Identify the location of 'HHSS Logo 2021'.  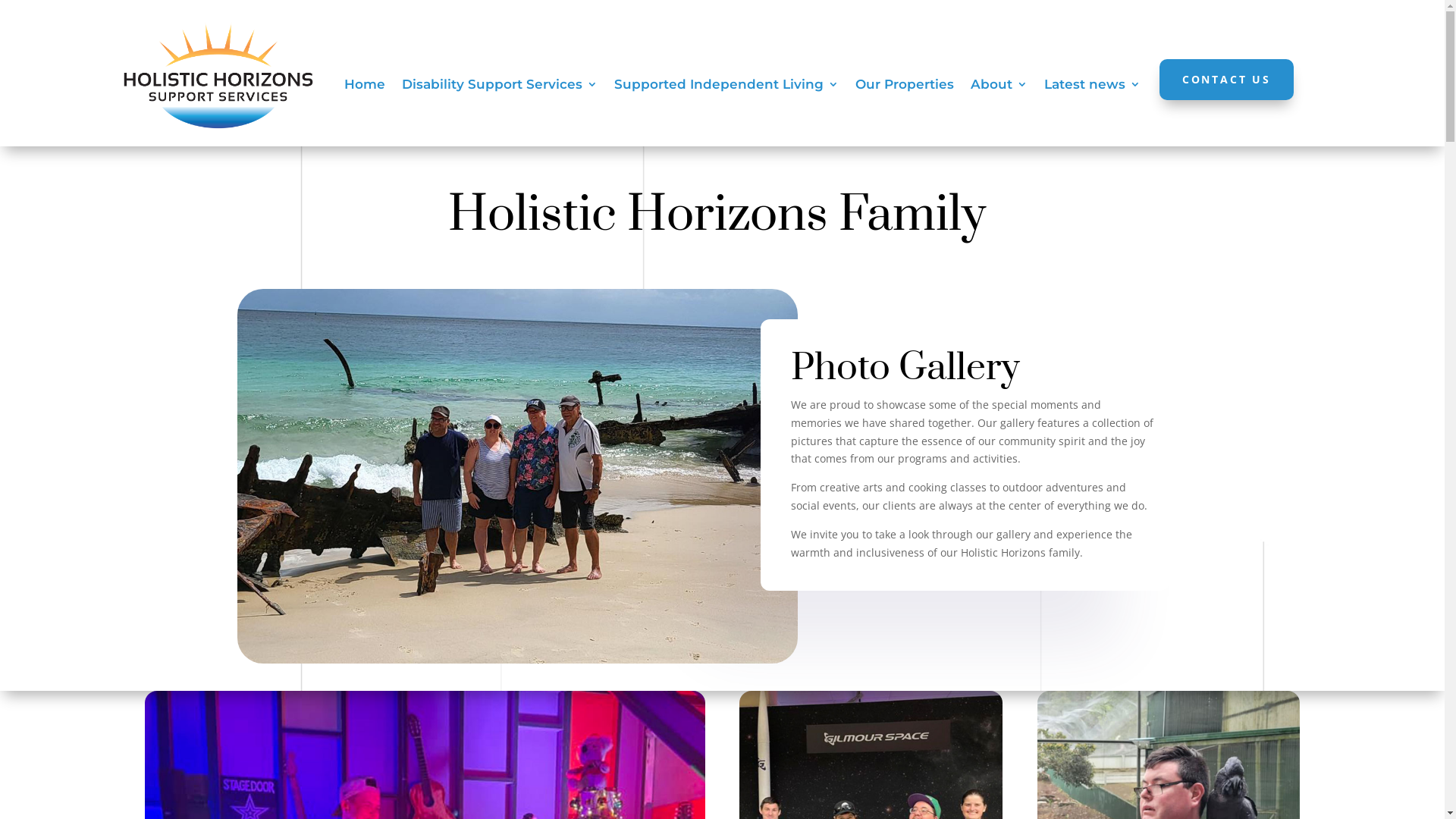
(218, 75).